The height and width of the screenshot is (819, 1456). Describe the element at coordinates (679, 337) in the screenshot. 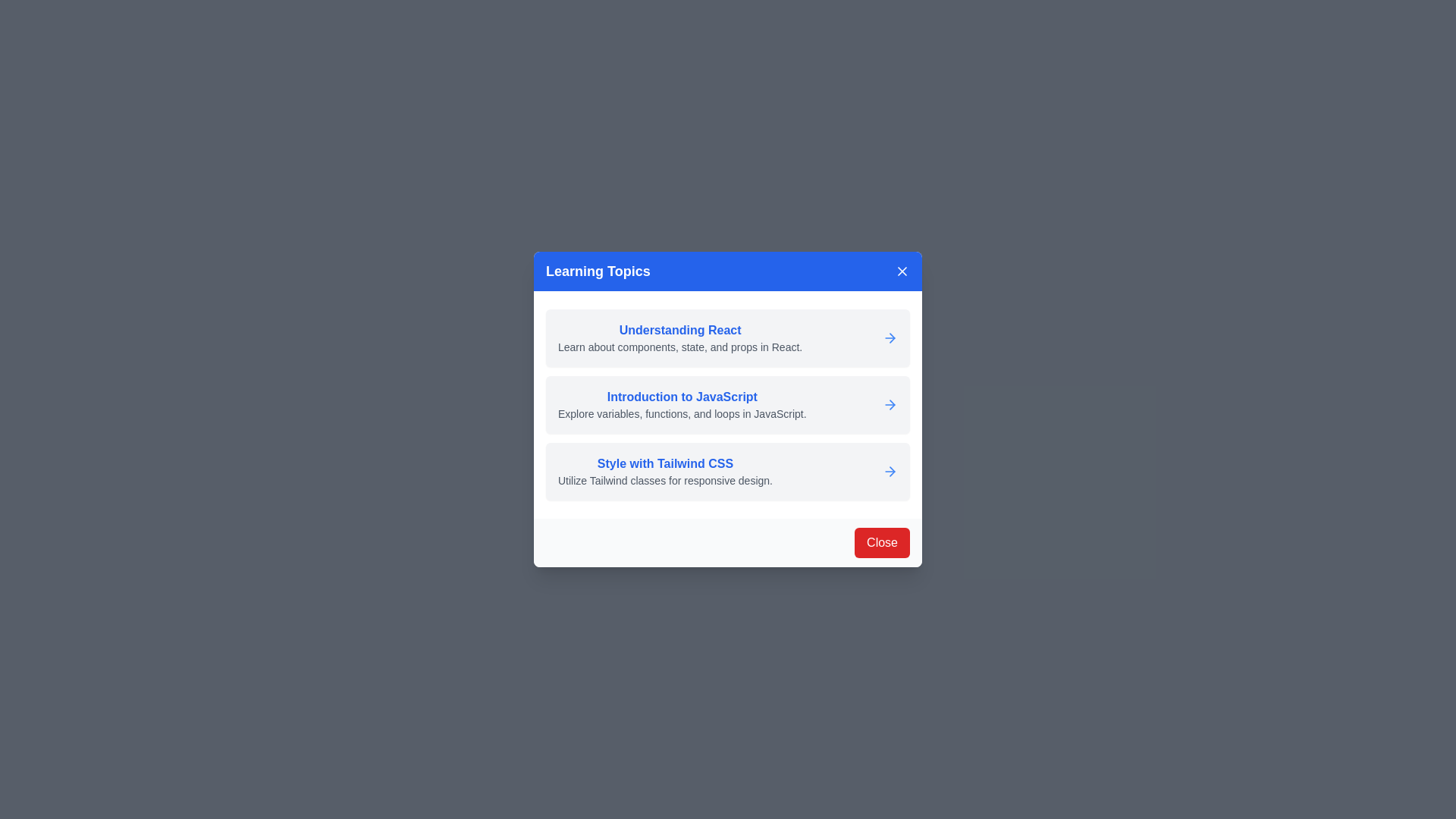

I see `the first item in the vertical list of learning topics in the modal titled 'Learning Topics'` at that location.